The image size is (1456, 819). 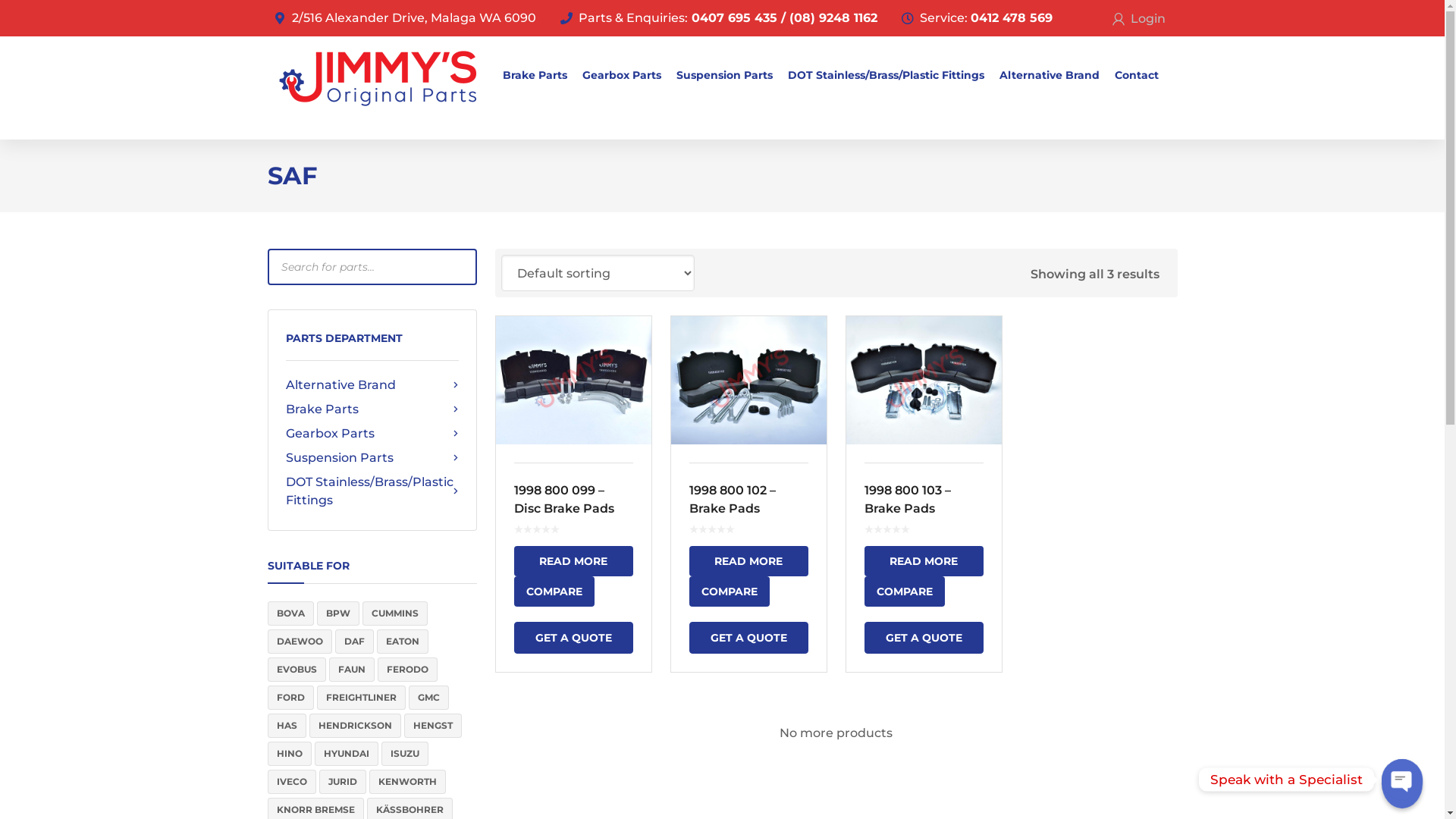 I want to click on 'CUMMINS', so click(x=395, y=613).